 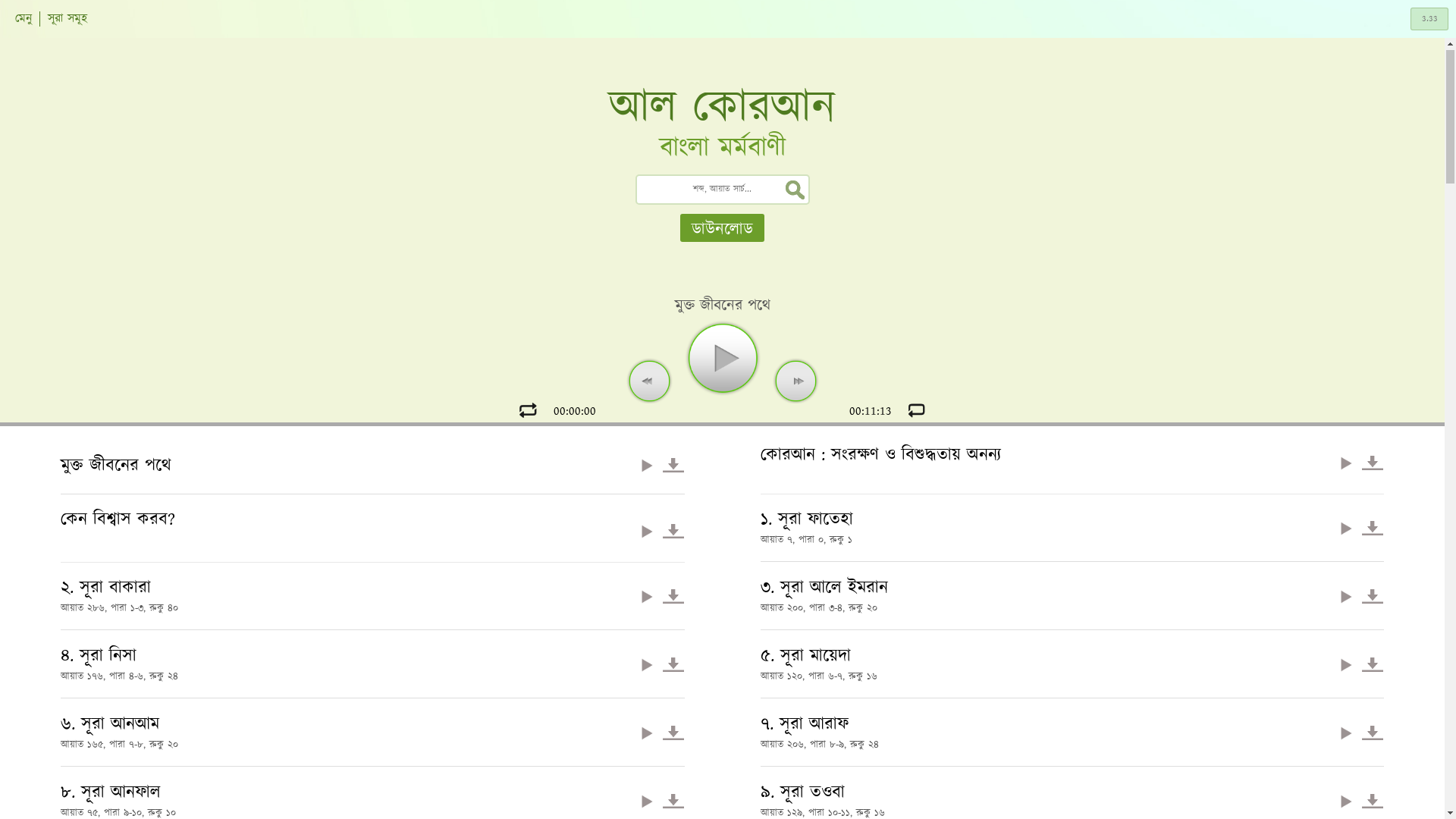 What do you see at coordinates (514, 409) in the screenshot?
I see `'repeat this surah'` at bounding box center [514, 409].